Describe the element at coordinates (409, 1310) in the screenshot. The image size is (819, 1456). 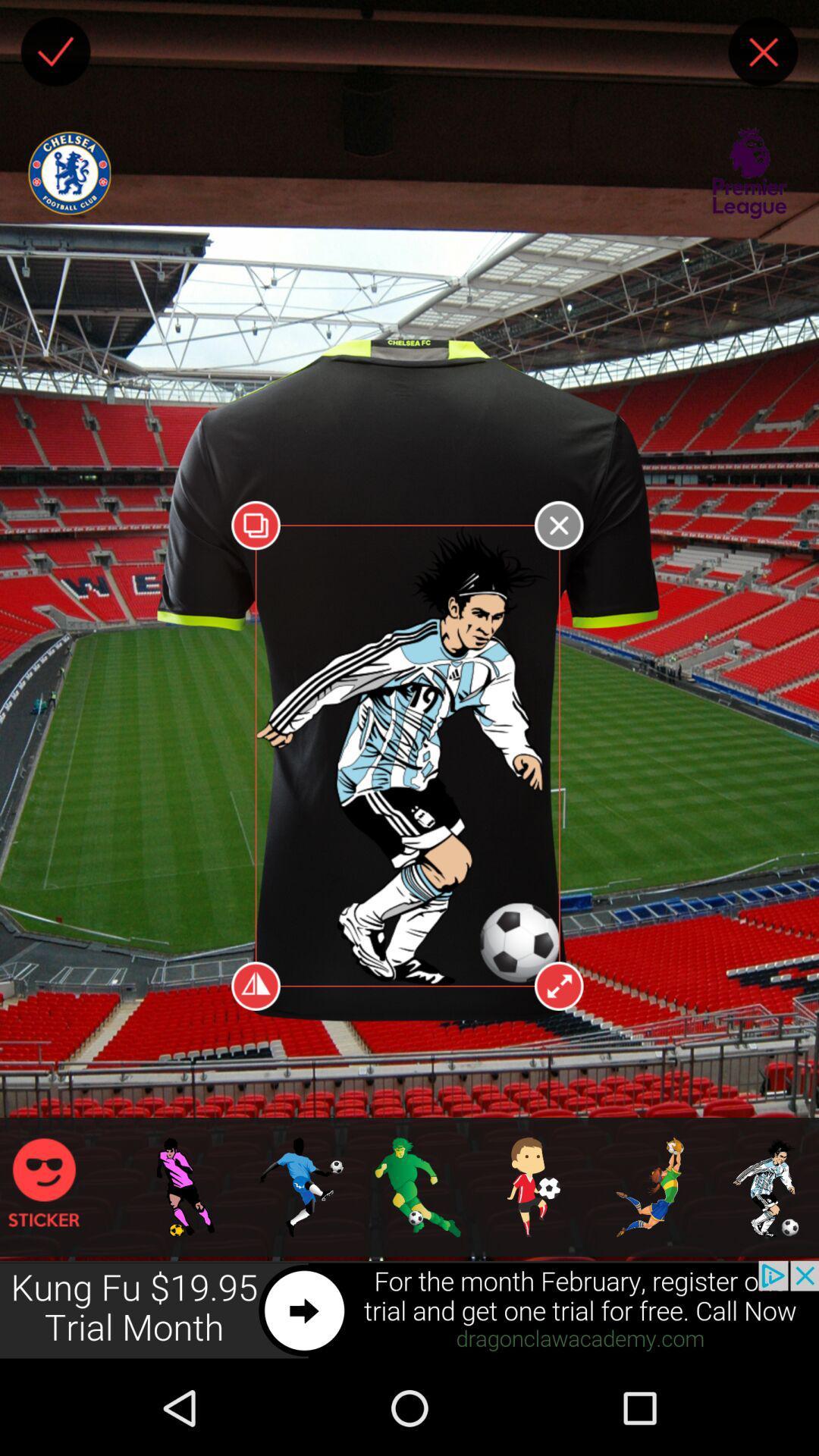
I see `preview advertisement` at that location.